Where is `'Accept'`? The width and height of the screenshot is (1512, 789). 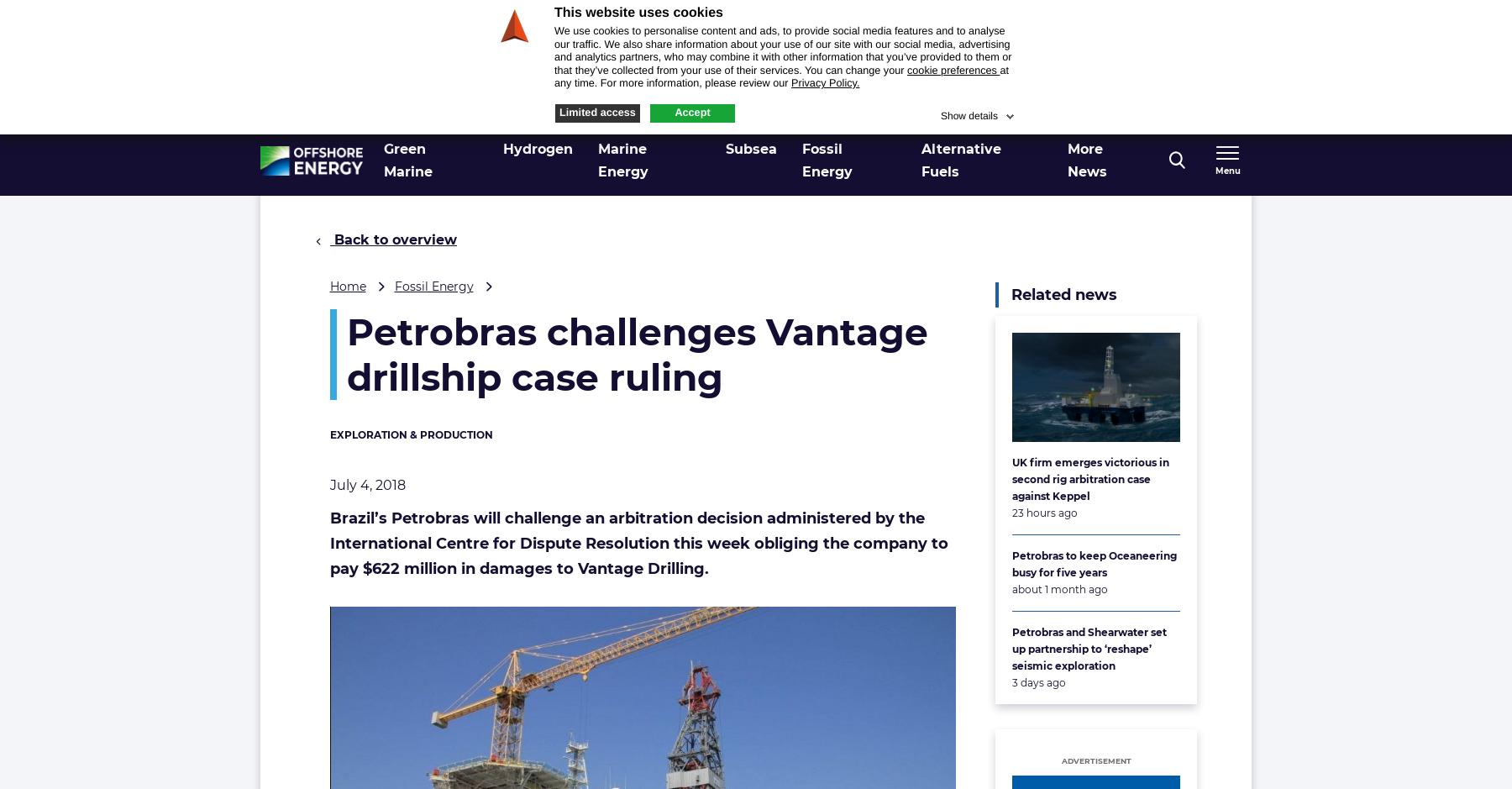
'Accept' is located at coordinates (674, 110).